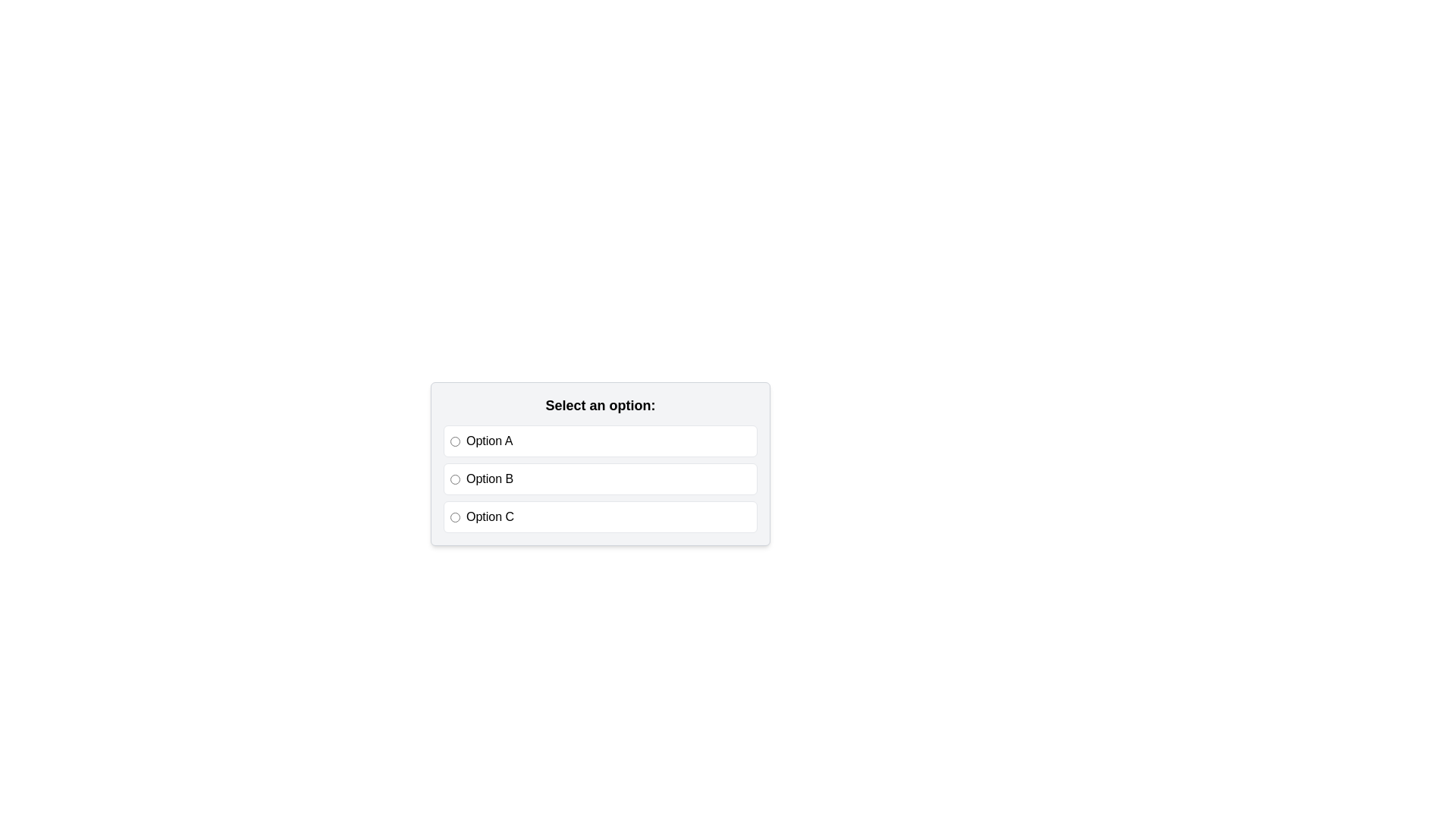 The width and height of the screenshot is (1456, 819). Describe the element at coordinates (600, 479) in the screenshot. I see `the selectable option labeled 'Option B' with a radio button to navigate through keyboard` at that location.